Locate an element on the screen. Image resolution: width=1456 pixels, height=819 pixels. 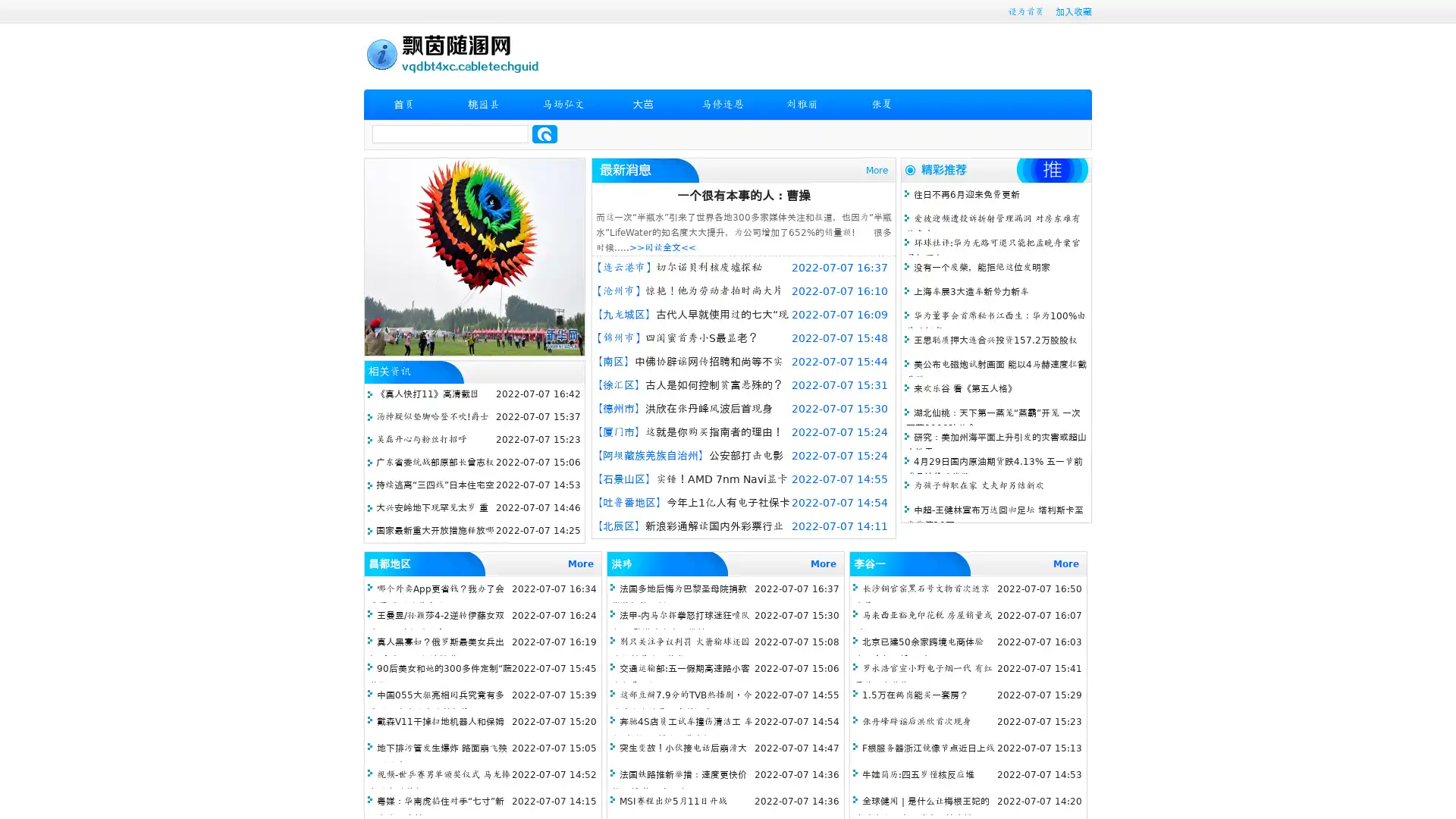
Search is located at coordinates (544, 133).